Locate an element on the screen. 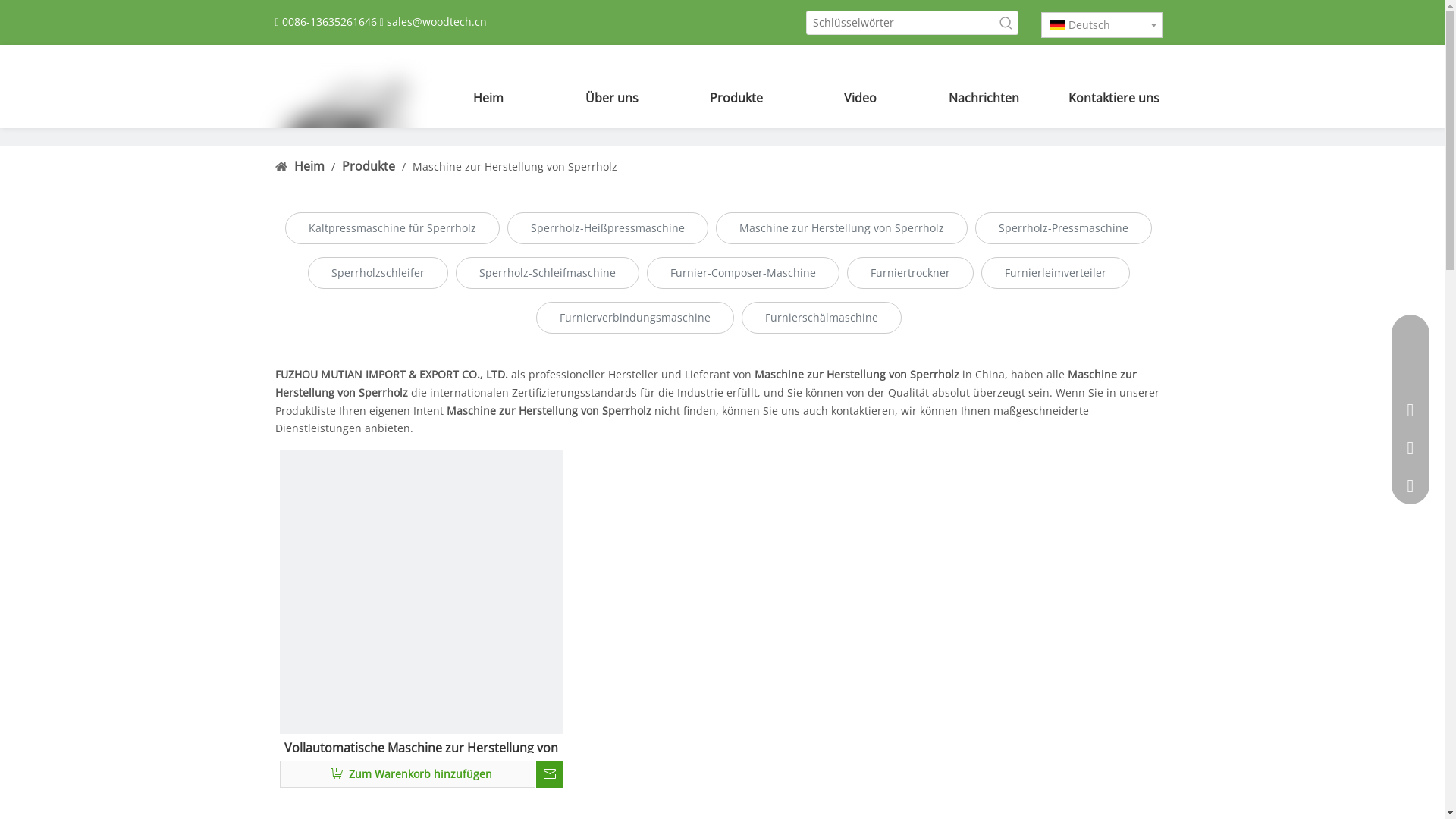 Image resolution: width=1456 pixels, height=819 pixels. 'Sperrholzschleifer' is located at coordinates (378, 271).